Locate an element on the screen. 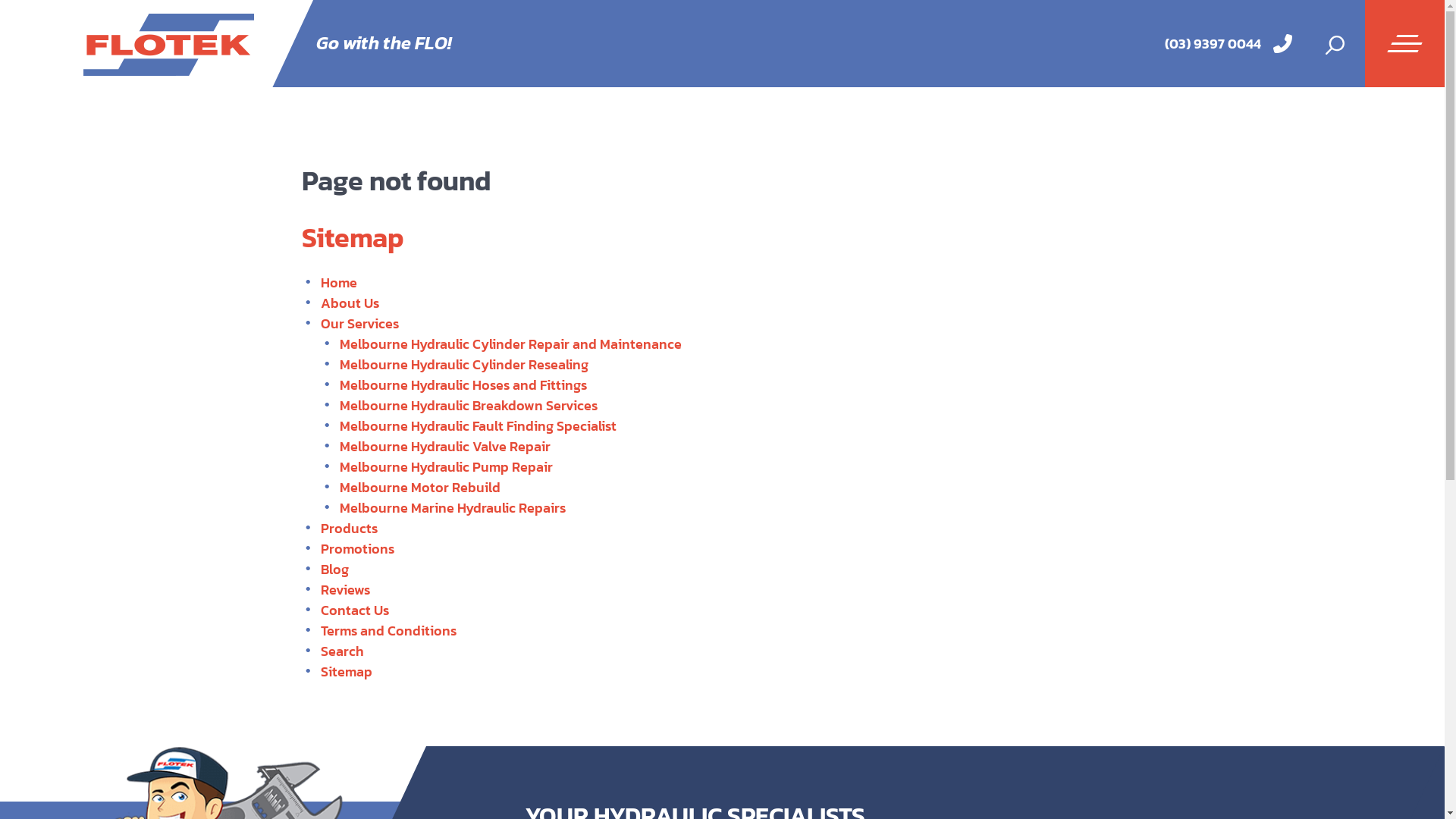  'Terms and Conditions' is located at coordinates (388, 630).